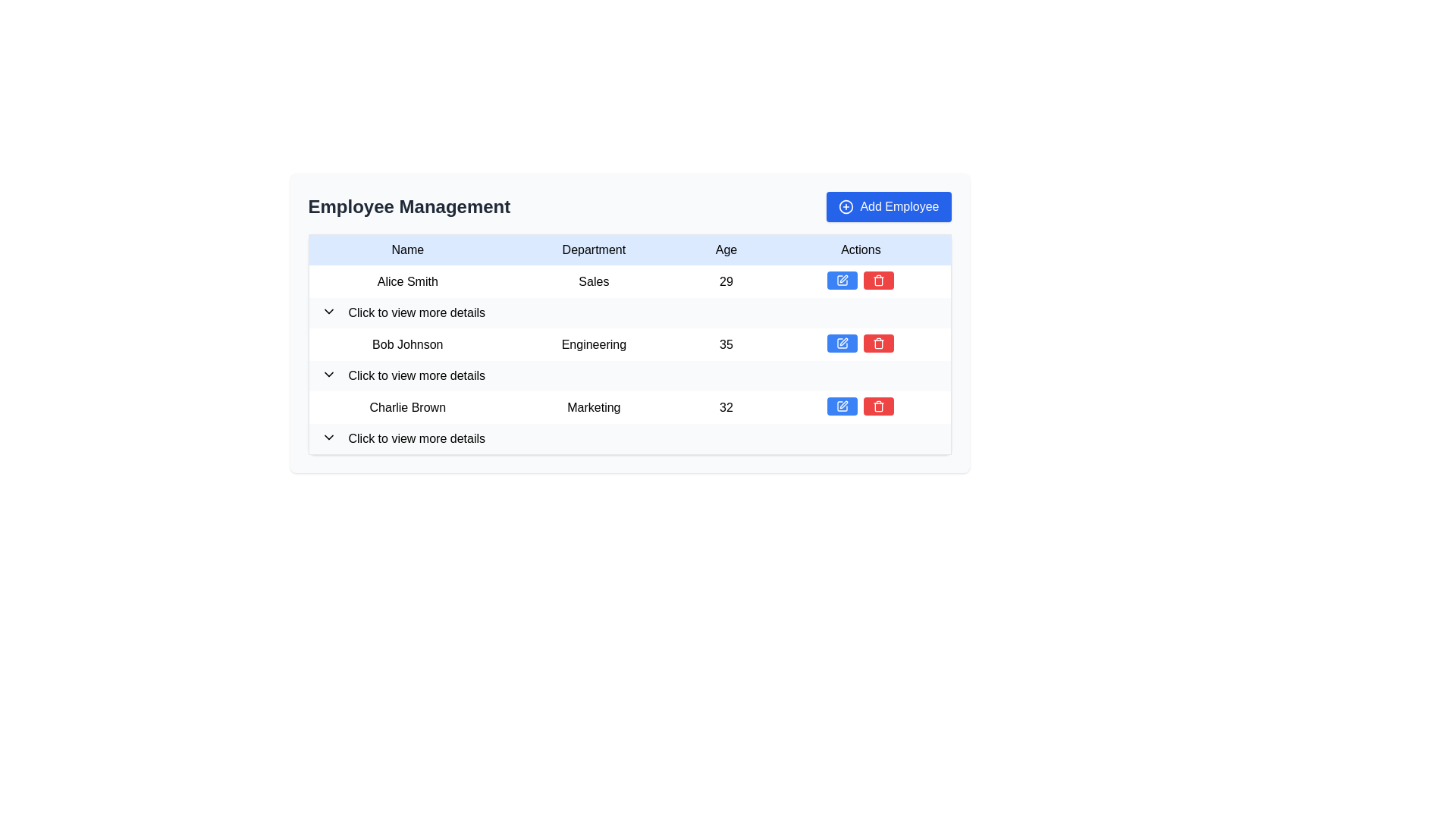 Image resolution: width=1456 pixels, height=819 pixels. Describe the element at coordinates (726, 406) in the screenshot. I see `the text label displaying '32' in bold black font under the 'Age' column for Charlie Brown` at that location.